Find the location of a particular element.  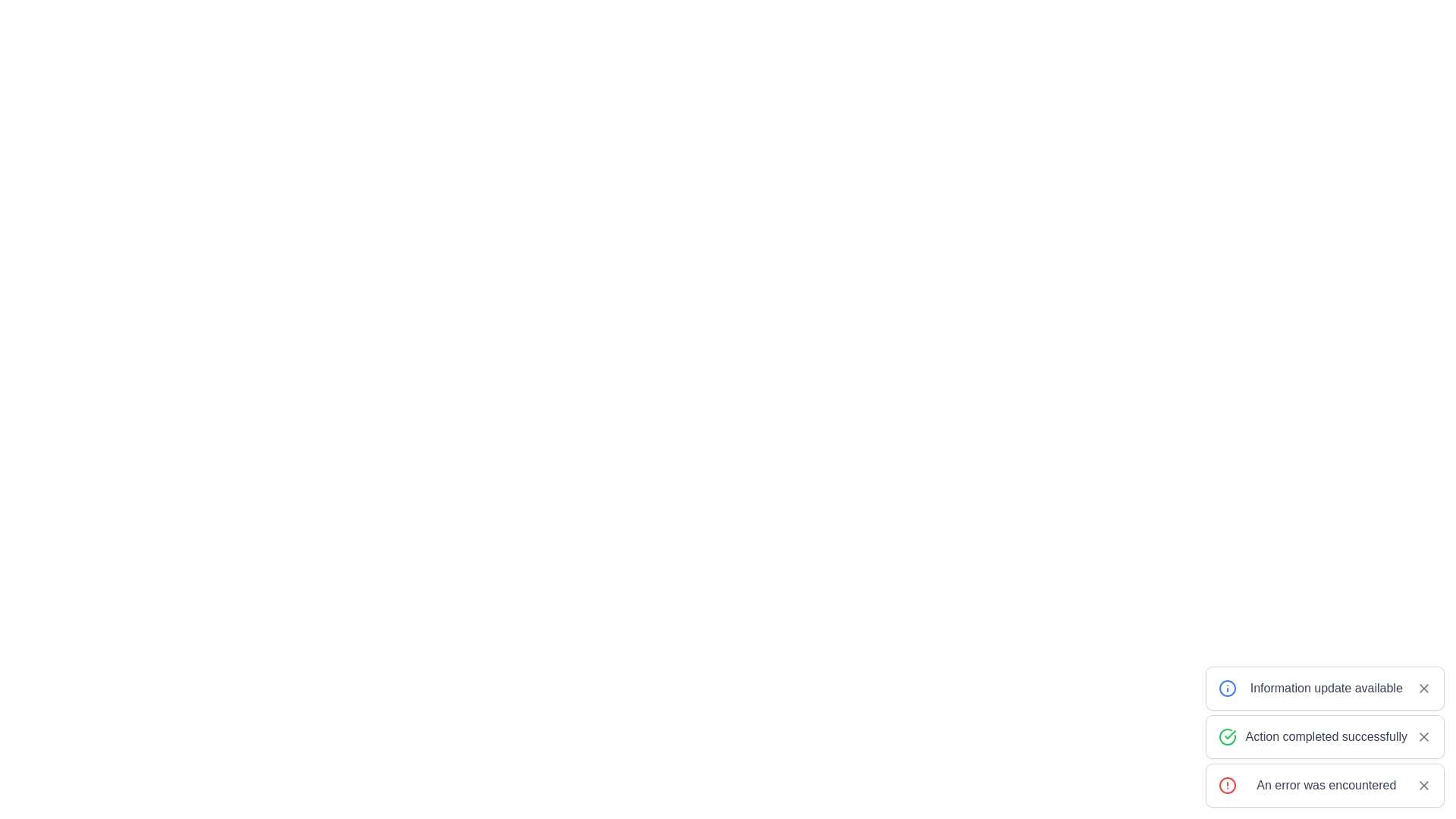

the green circular icon with a checkmark inside, located within the notification box that reads 'Action completed successfully' is located at coordinates (1227, 736).